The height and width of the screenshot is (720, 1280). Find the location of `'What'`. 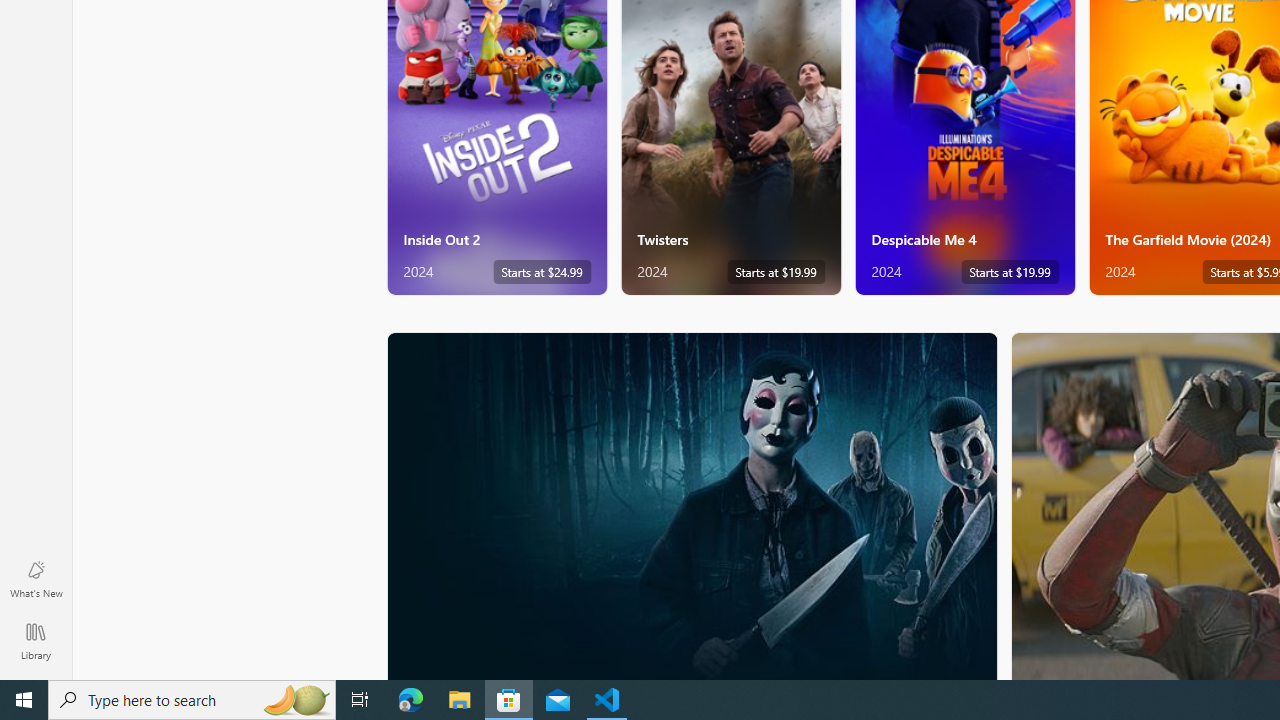

'What' is located at coordinates (35, 578).